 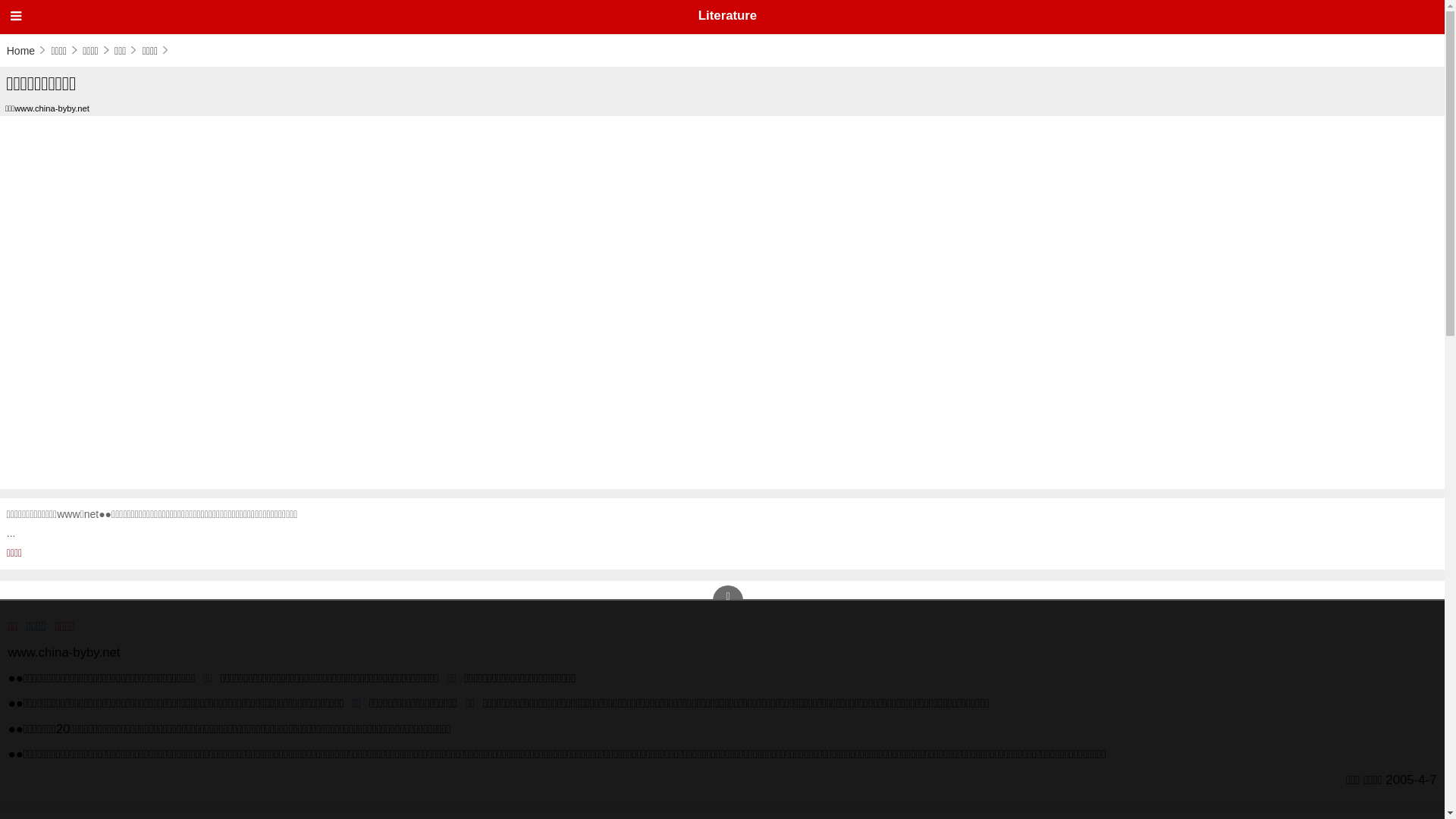 What do you see at coordinates (27, 49) in the screenshot?
I see `'Home'` at bounding box center [27, 49].